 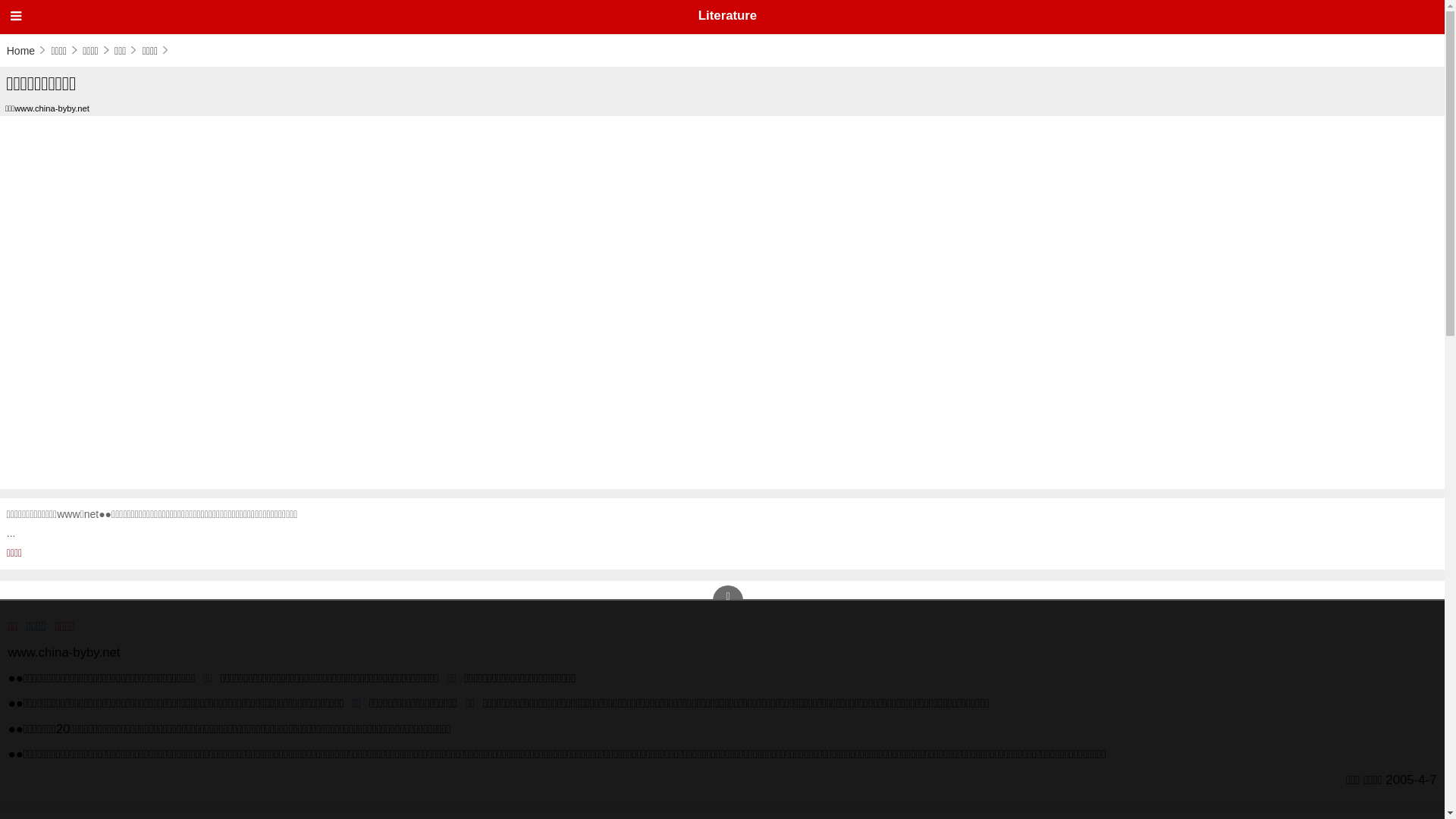 What do you see at coordinates (27, 49) in the screenshot?
I see `'Home'` at bounding box center [27, 49].